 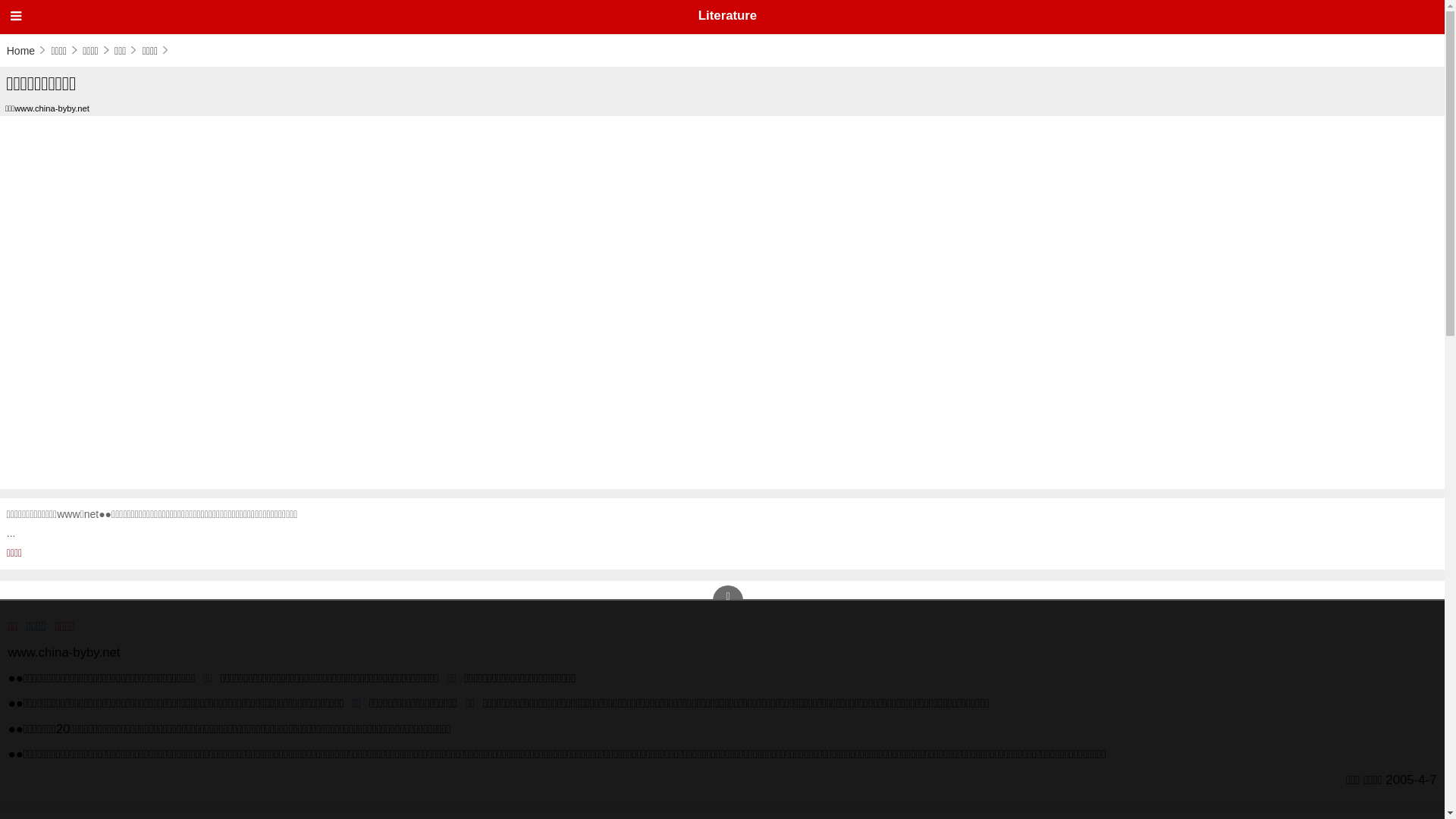 What do you see at coordinates (27, 49) in the screenshot?
I see `'Home'` at bounding box center [27, 49].